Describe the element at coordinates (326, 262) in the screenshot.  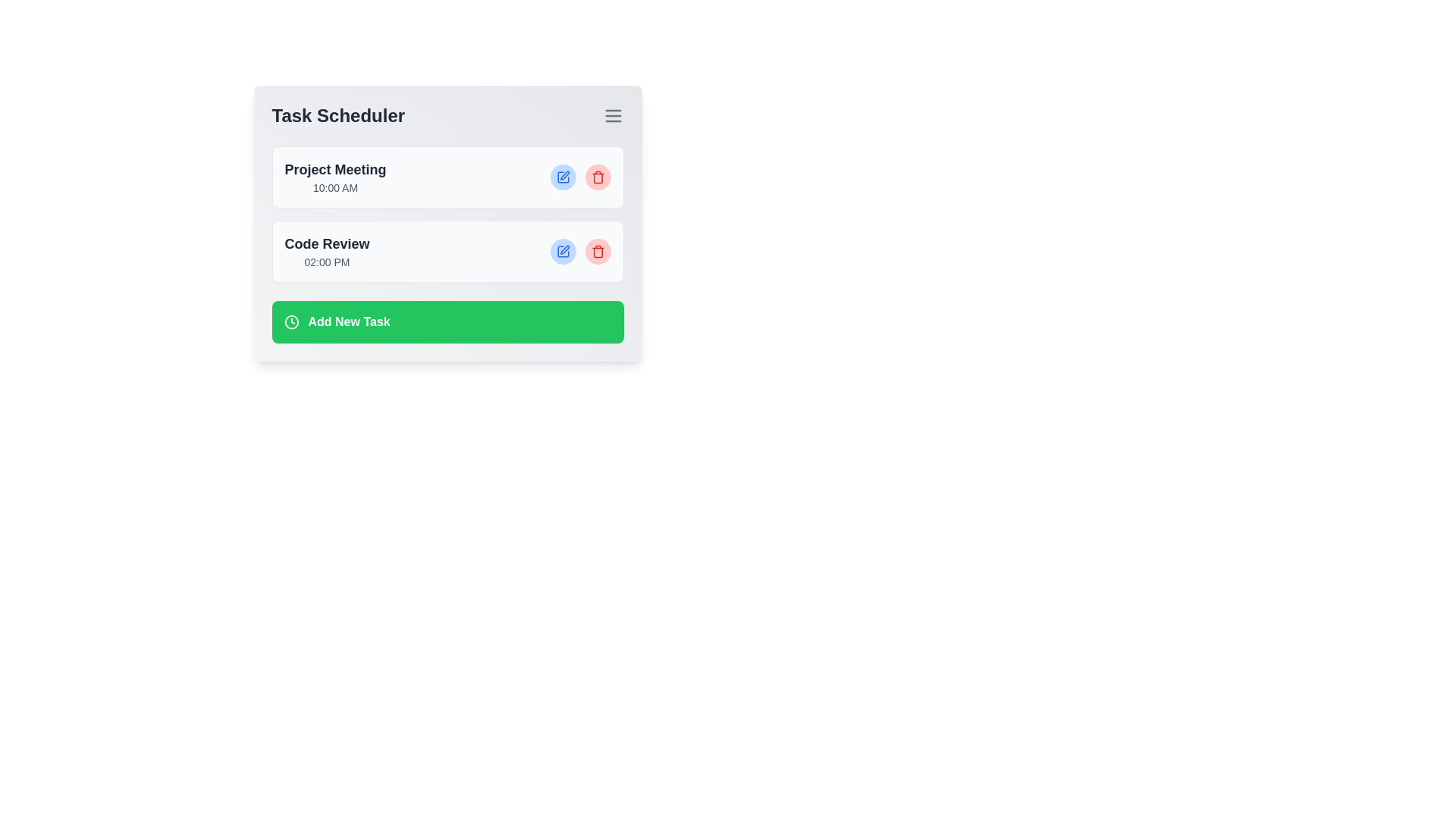
I see `static informational text label displaying the scheduled time for the event titled 'Code Review', located underneath the title within the second task entry of a vertically arranged list in the task scheduler interface` at that location.